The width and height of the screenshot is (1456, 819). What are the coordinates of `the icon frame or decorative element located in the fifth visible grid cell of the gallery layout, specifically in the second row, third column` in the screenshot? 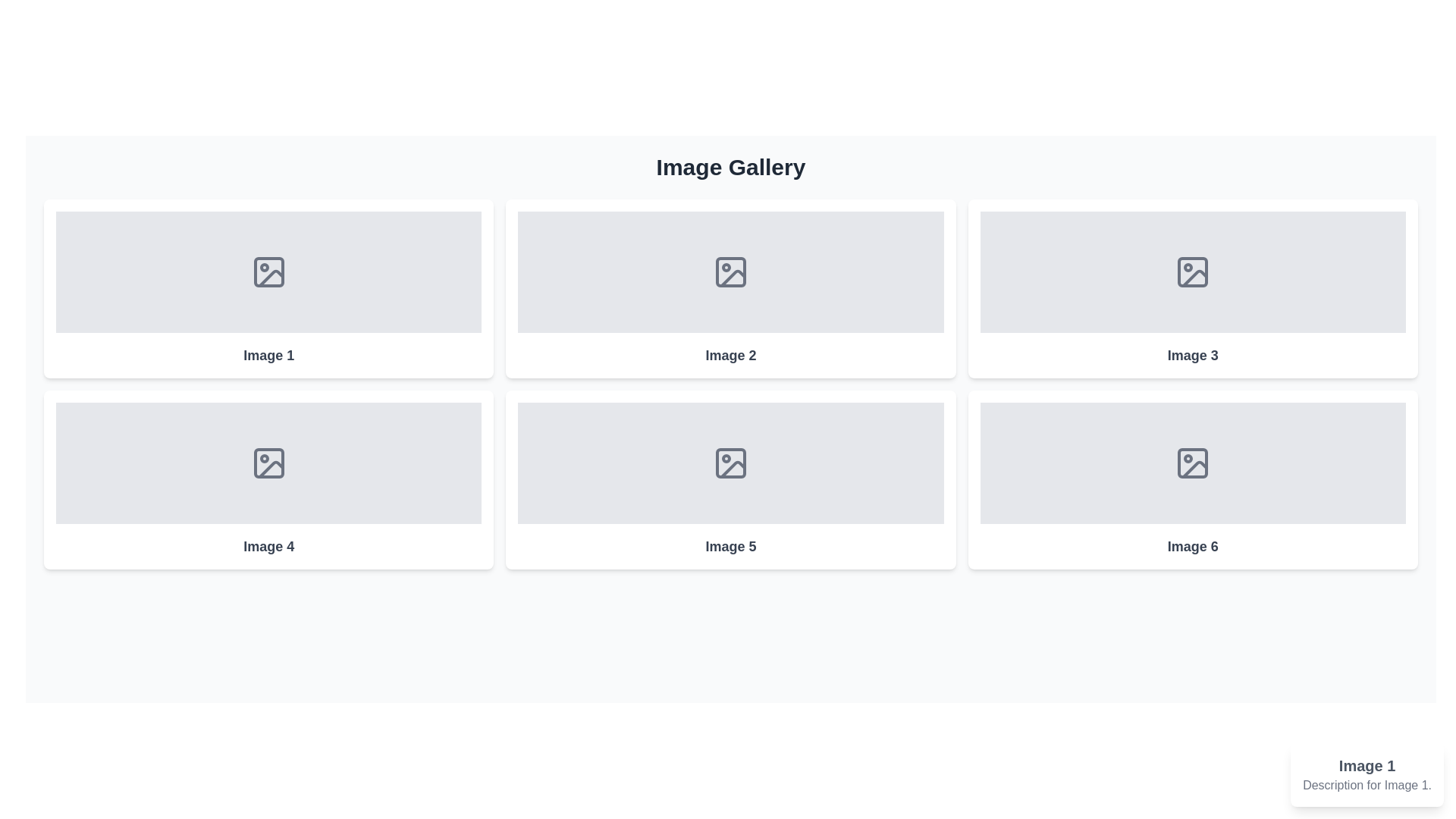 It's located at (731, 462).